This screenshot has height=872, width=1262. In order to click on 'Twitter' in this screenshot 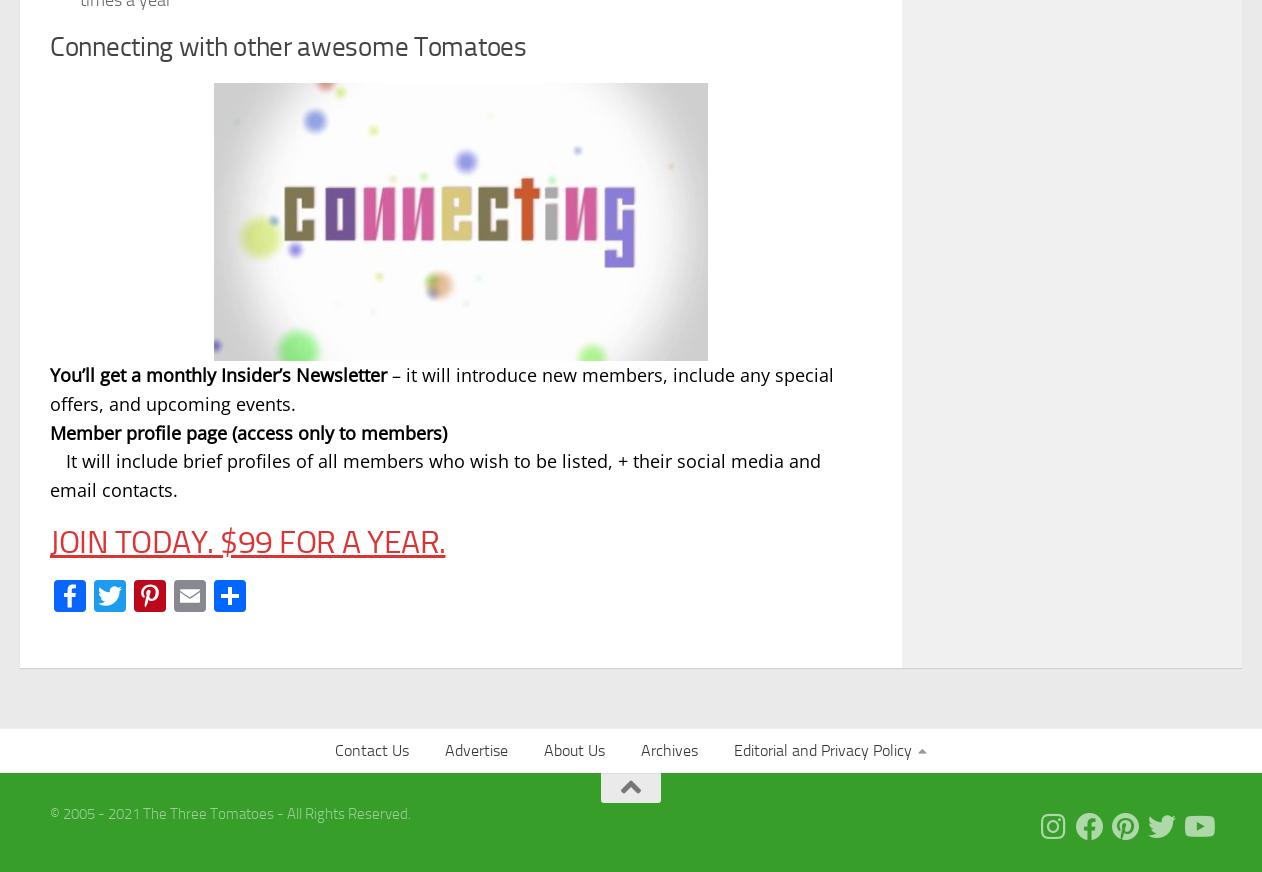, I will do `click(173, 594)`.